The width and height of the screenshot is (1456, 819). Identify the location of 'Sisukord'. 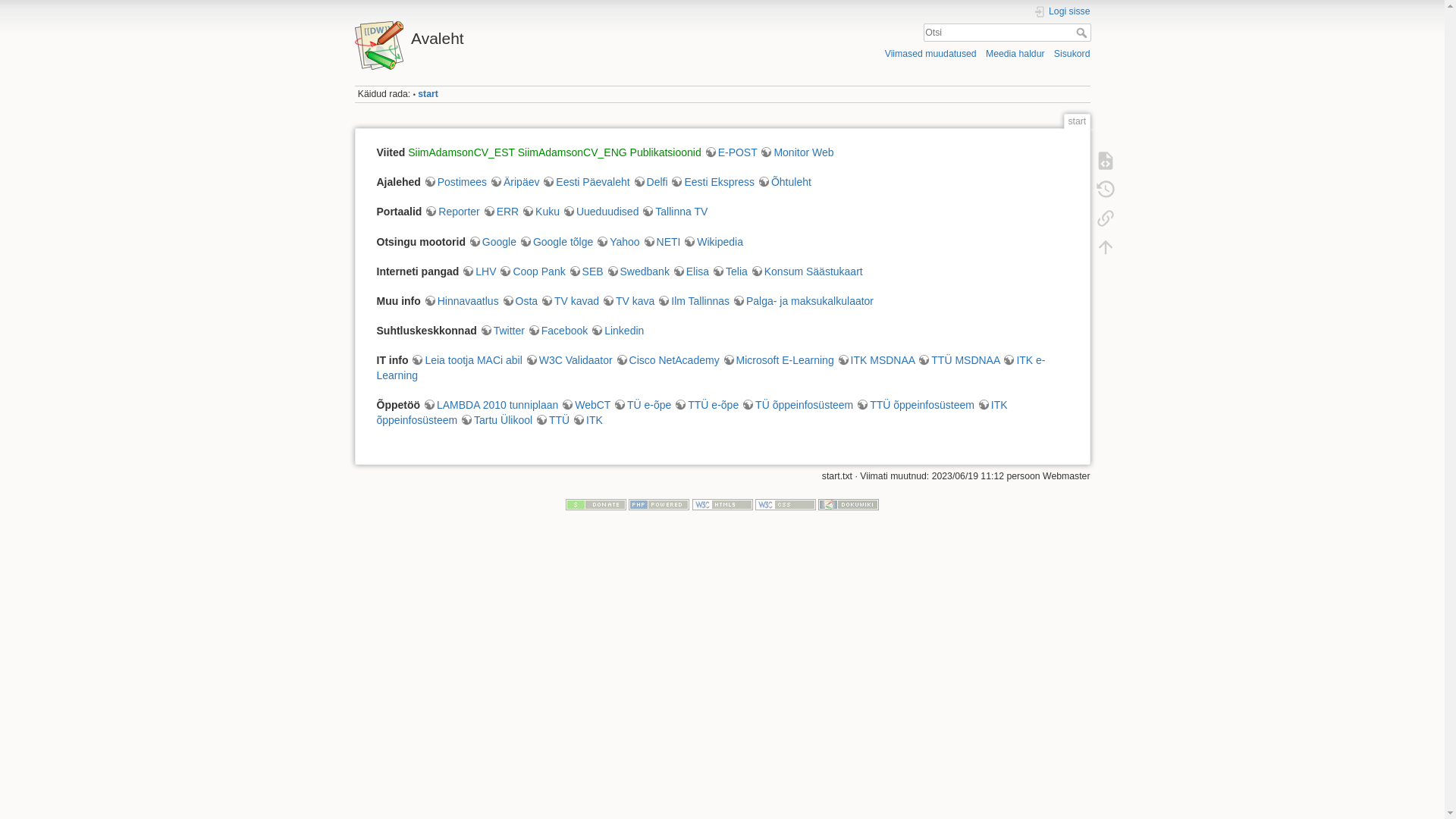
(1072, 52).